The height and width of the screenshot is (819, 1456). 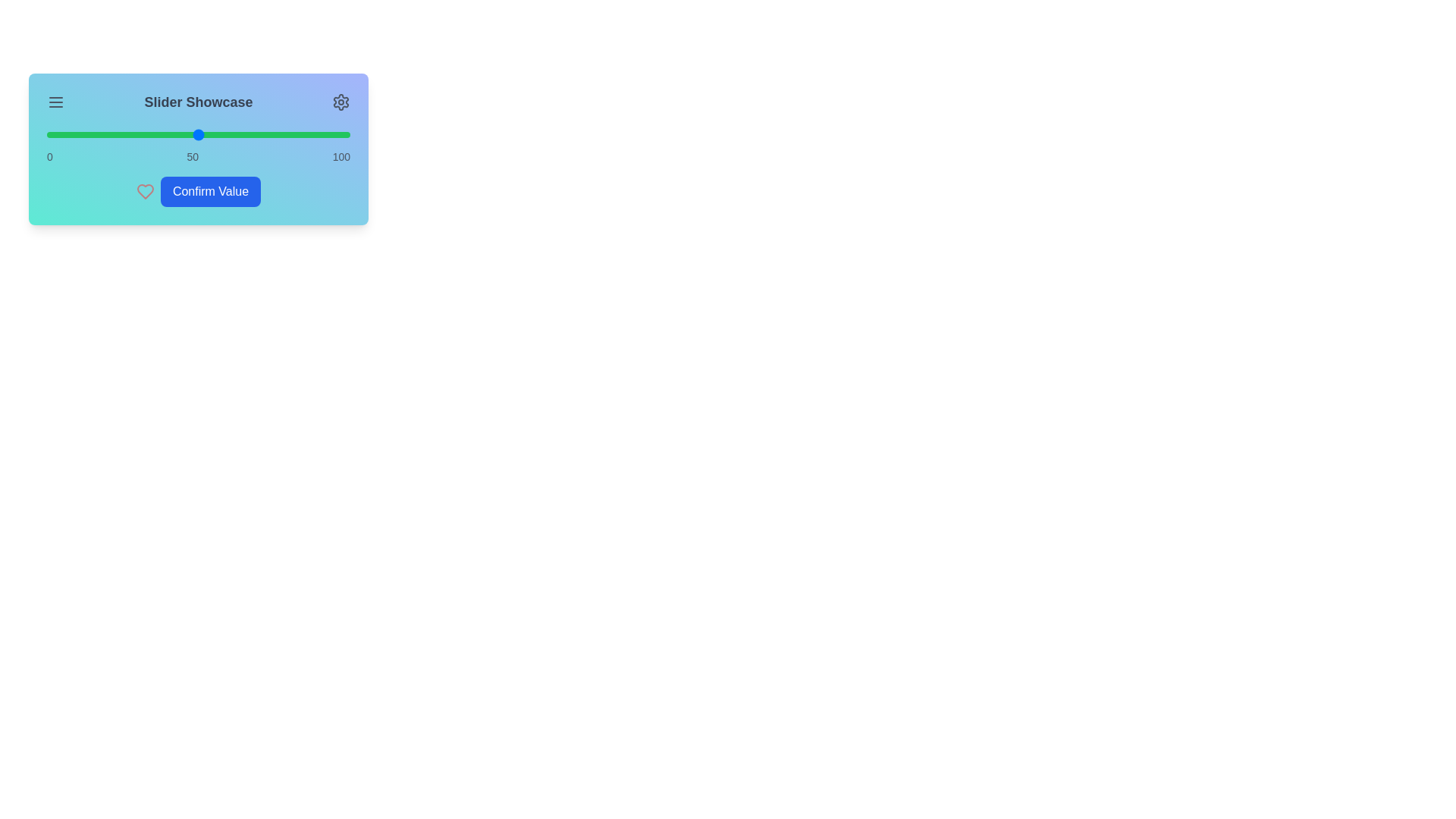 I want to click on the slider to 52%, so click(x=203, y=133).